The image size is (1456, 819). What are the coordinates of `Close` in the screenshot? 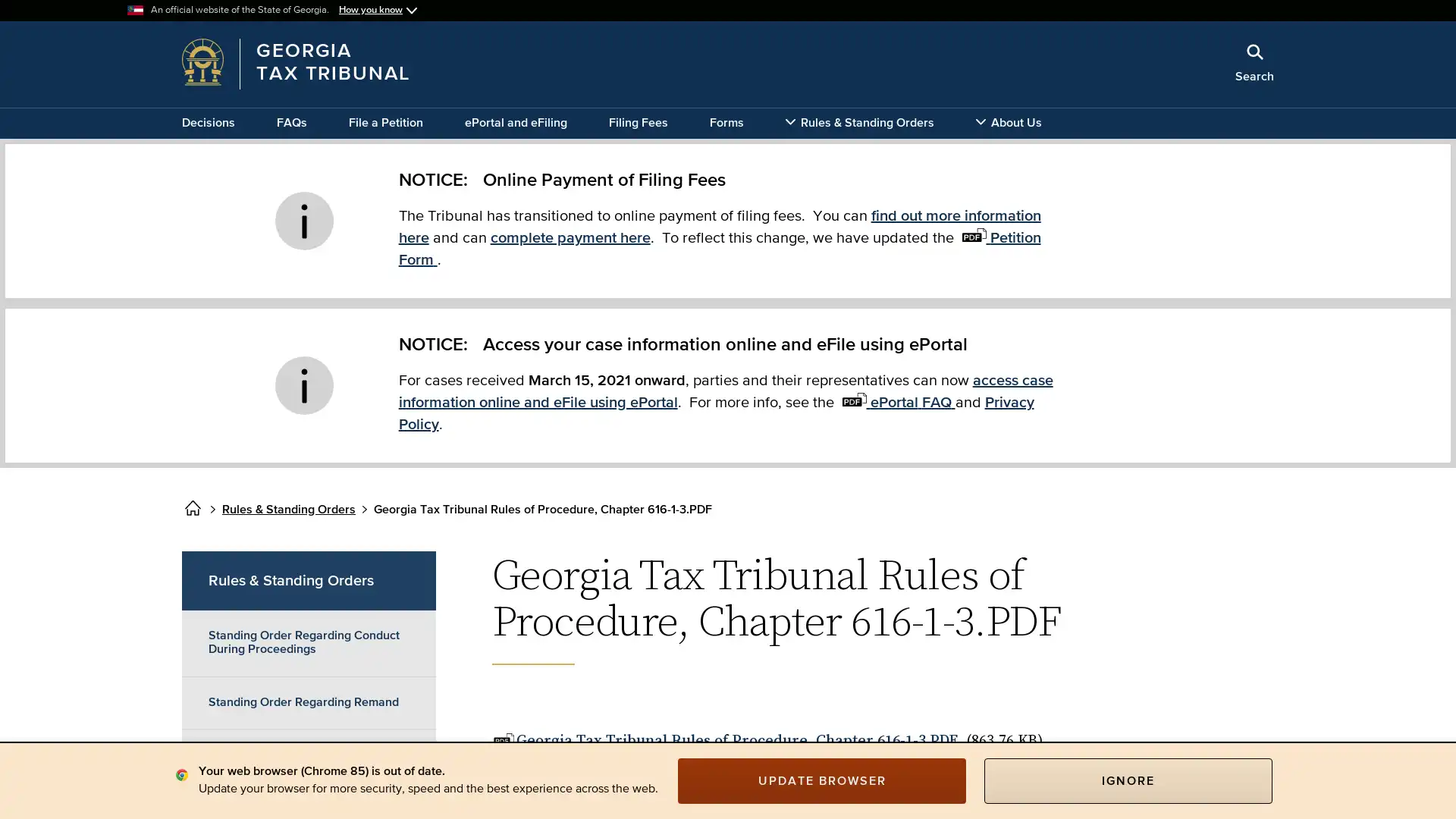 It's located at (1257, 47).